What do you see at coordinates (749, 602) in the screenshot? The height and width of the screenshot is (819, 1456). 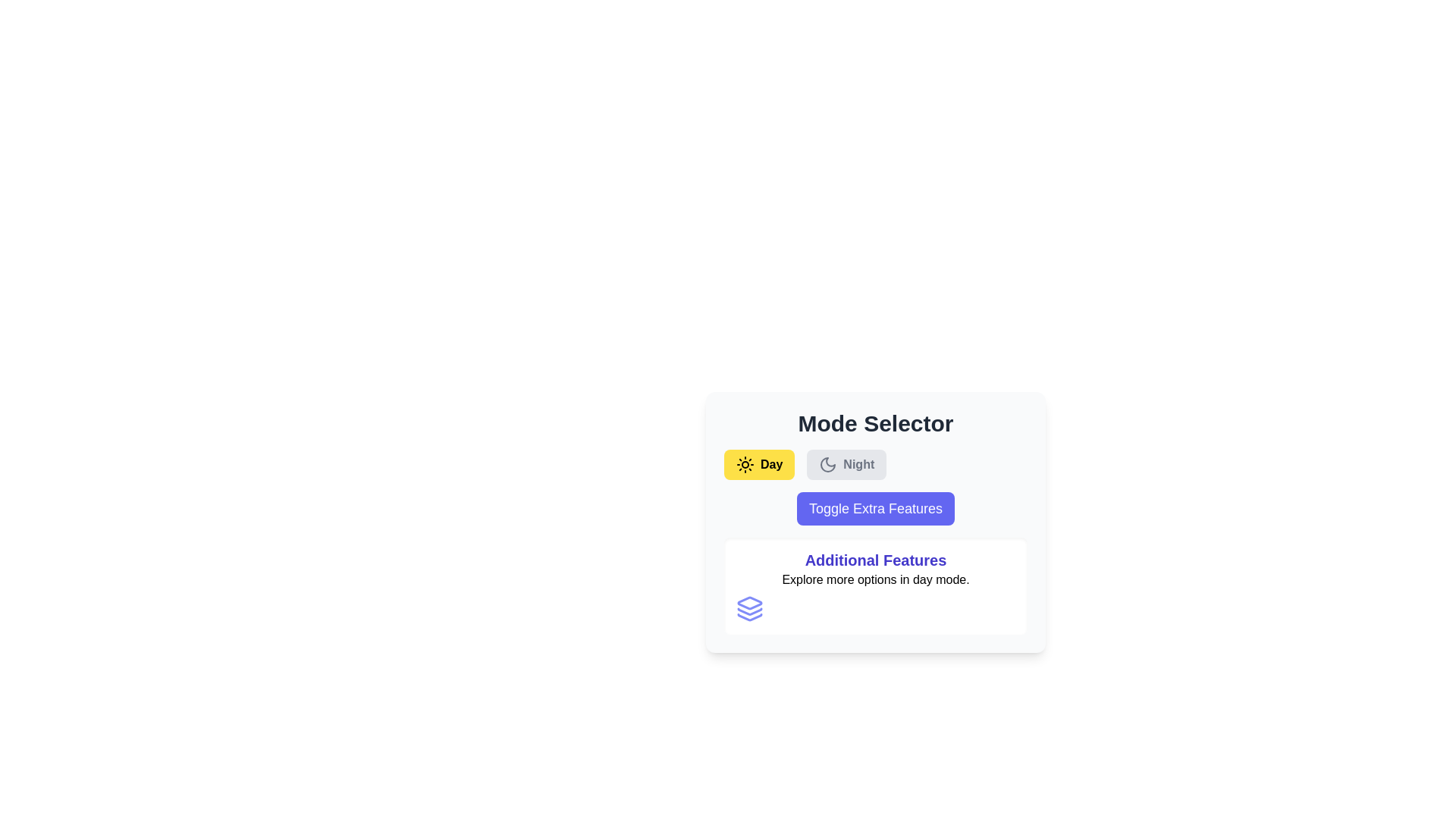 I see `the topmost diamond-shaped icon in an indigo color, which is part of a group of three similar graphical components located at the bottom of the 'Additional Features' card` at bounding box center [749, 602].